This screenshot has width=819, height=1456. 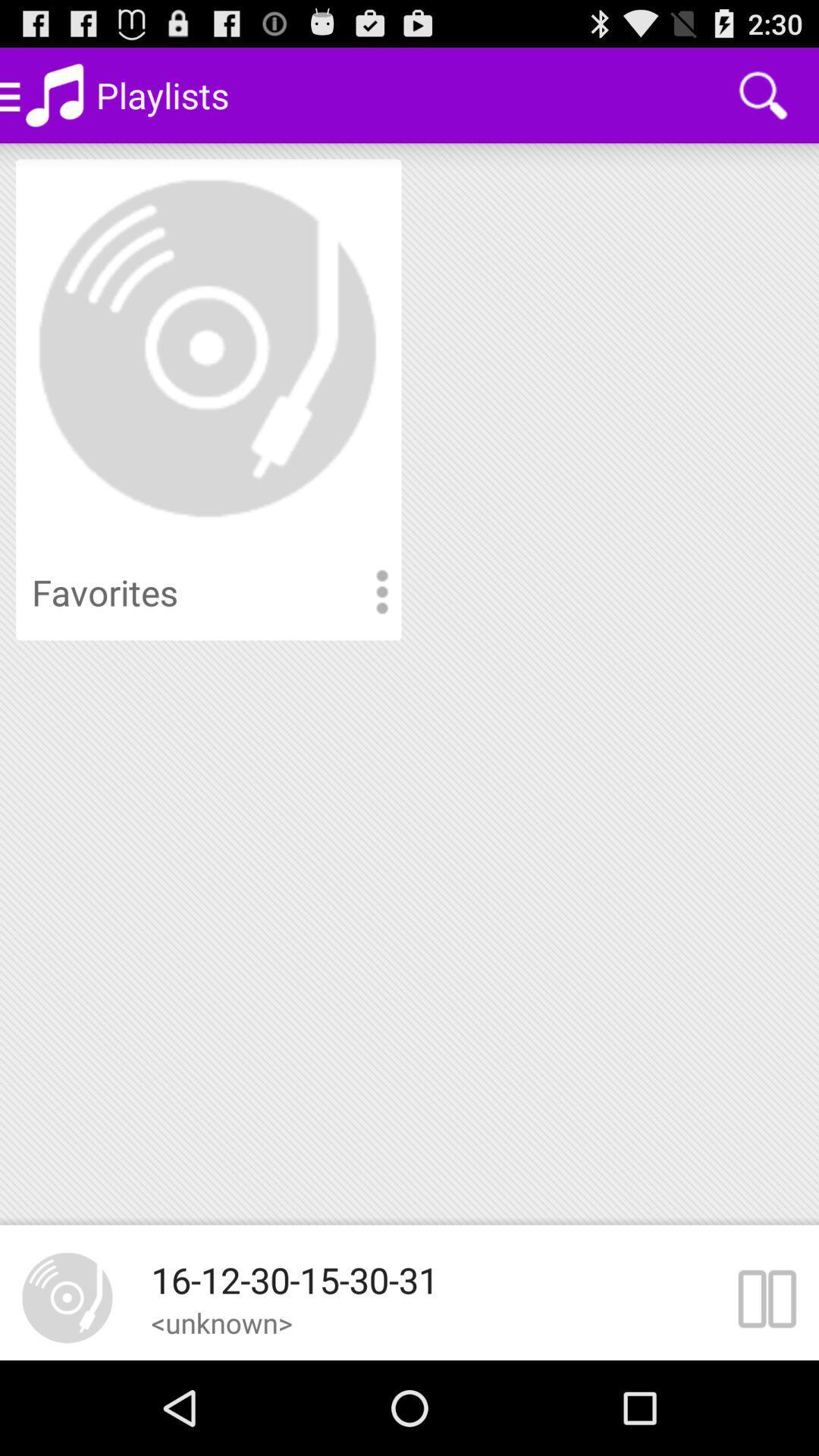 What do you see at coordinates (767, 1390) in the screenshot?
I see `the pause icon` at bounding box center [767, 1390].